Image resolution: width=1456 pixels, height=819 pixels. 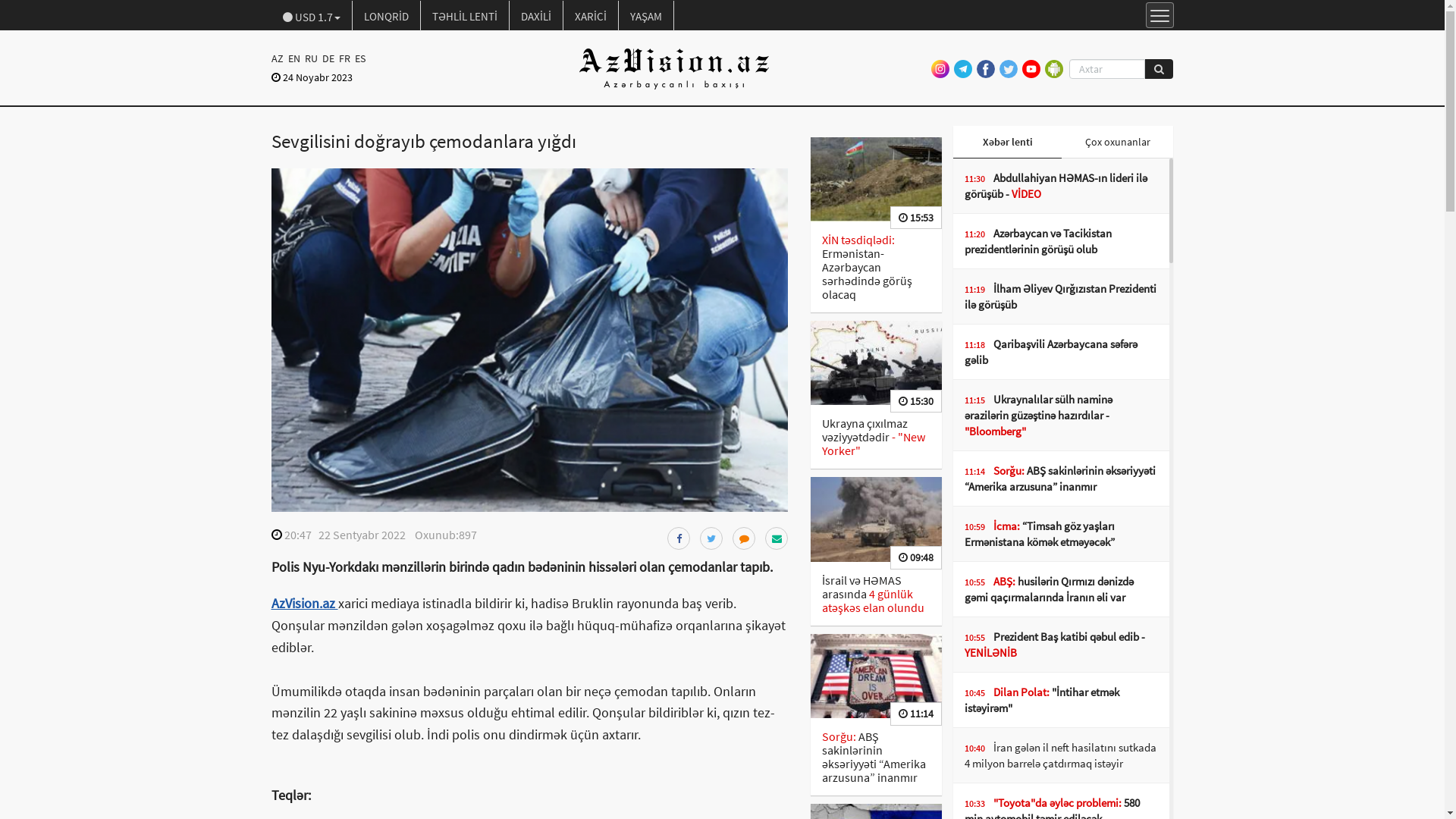 I want to click on 'ES', so click(x=359, y=58).